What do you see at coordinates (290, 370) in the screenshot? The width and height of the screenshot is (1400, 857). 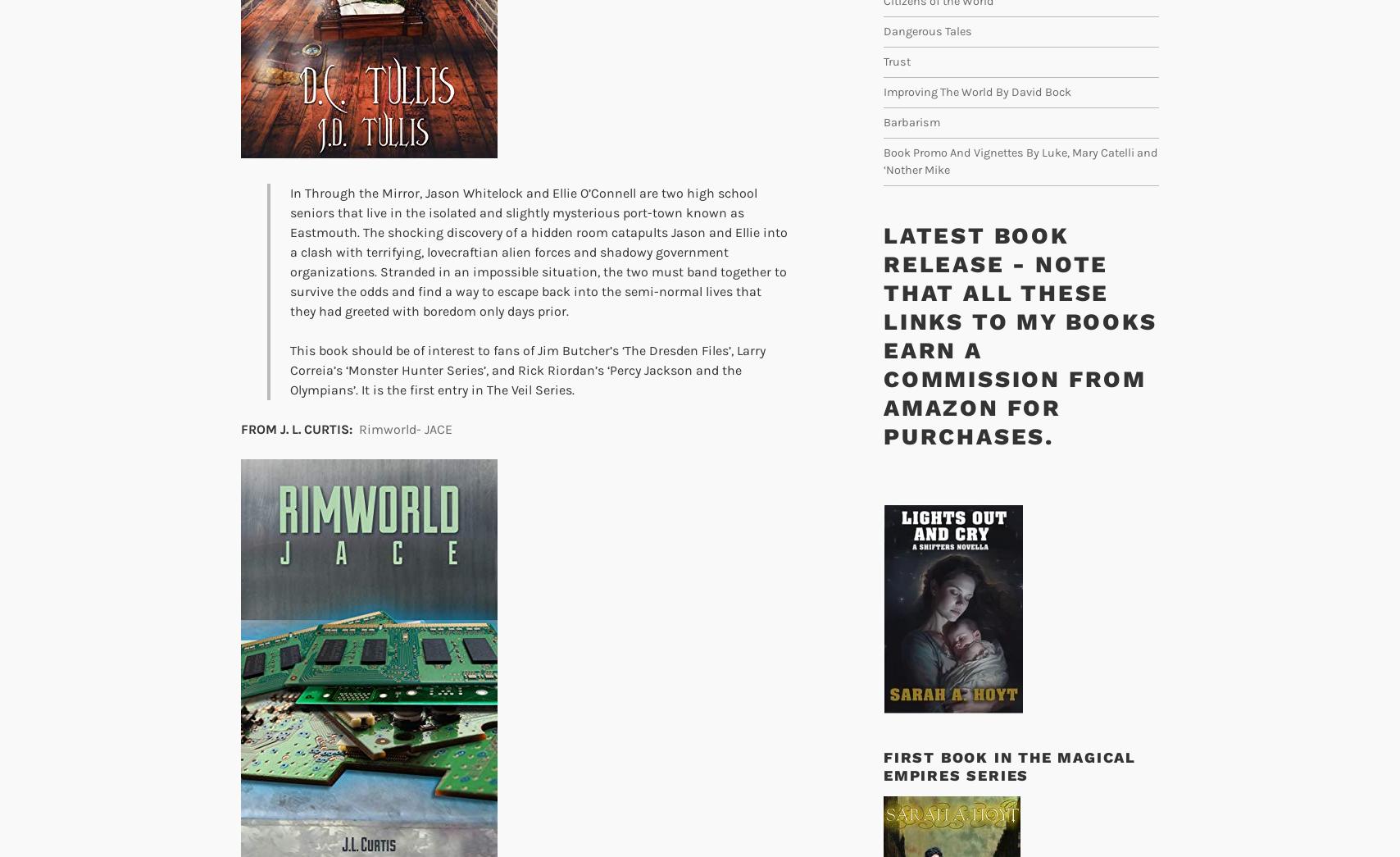 I see `'This book should be of interest to fans of Jim Butcher’s ‘The Dresden Files’, Larry Correia’s ‘Monster Hunter Series’, and Rick Riordan’s ‘Percy Jackson and the Olympians’. It is the first entry in The Veil Series.'` at bounding box center [290, 370].